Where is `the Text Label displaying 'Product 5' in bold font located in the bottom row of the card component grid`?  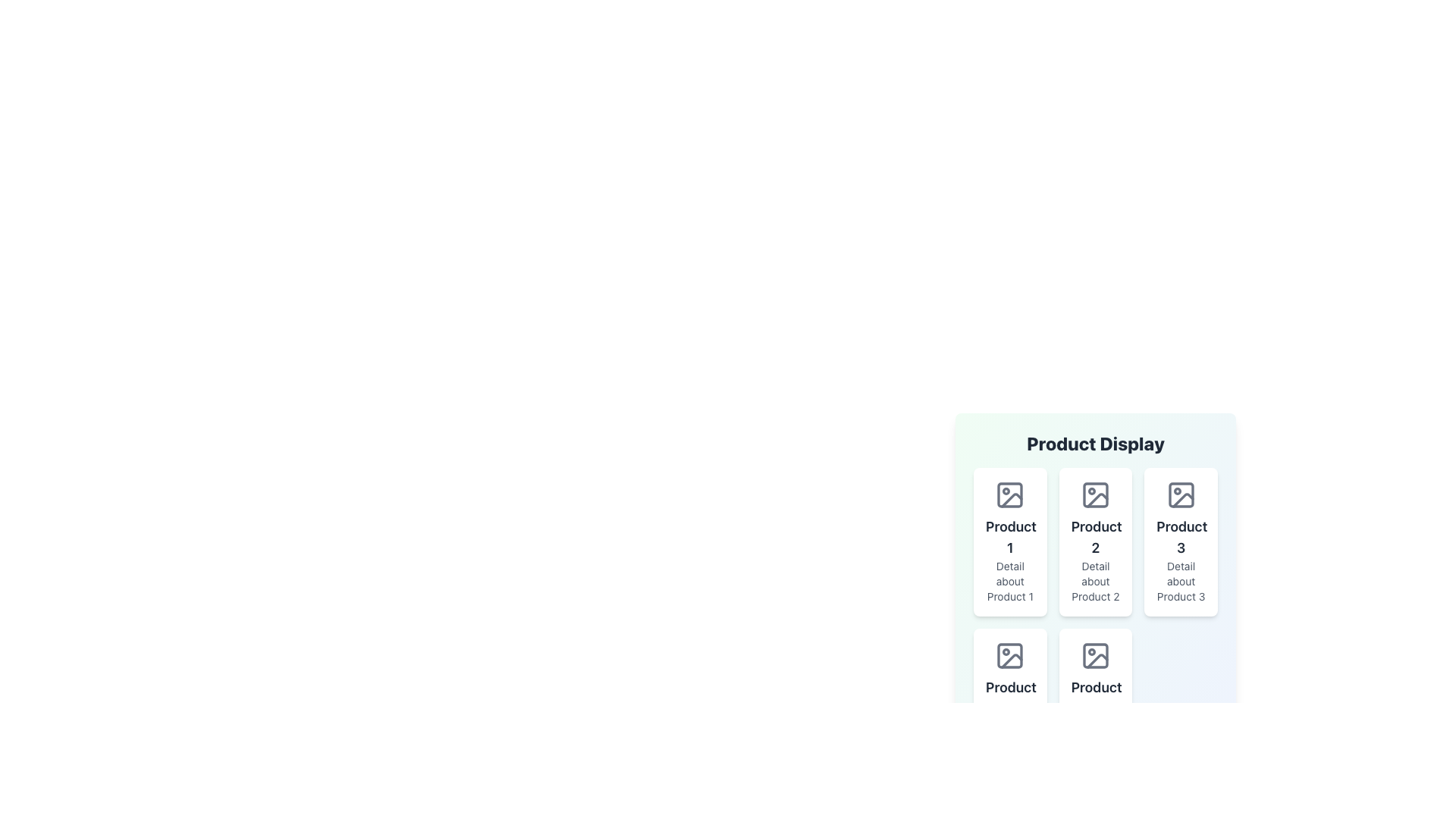 the Text Label displaying 'Product 5' in bold font located in the bottom row of the card component grid is located at coordinates (1095, 698).